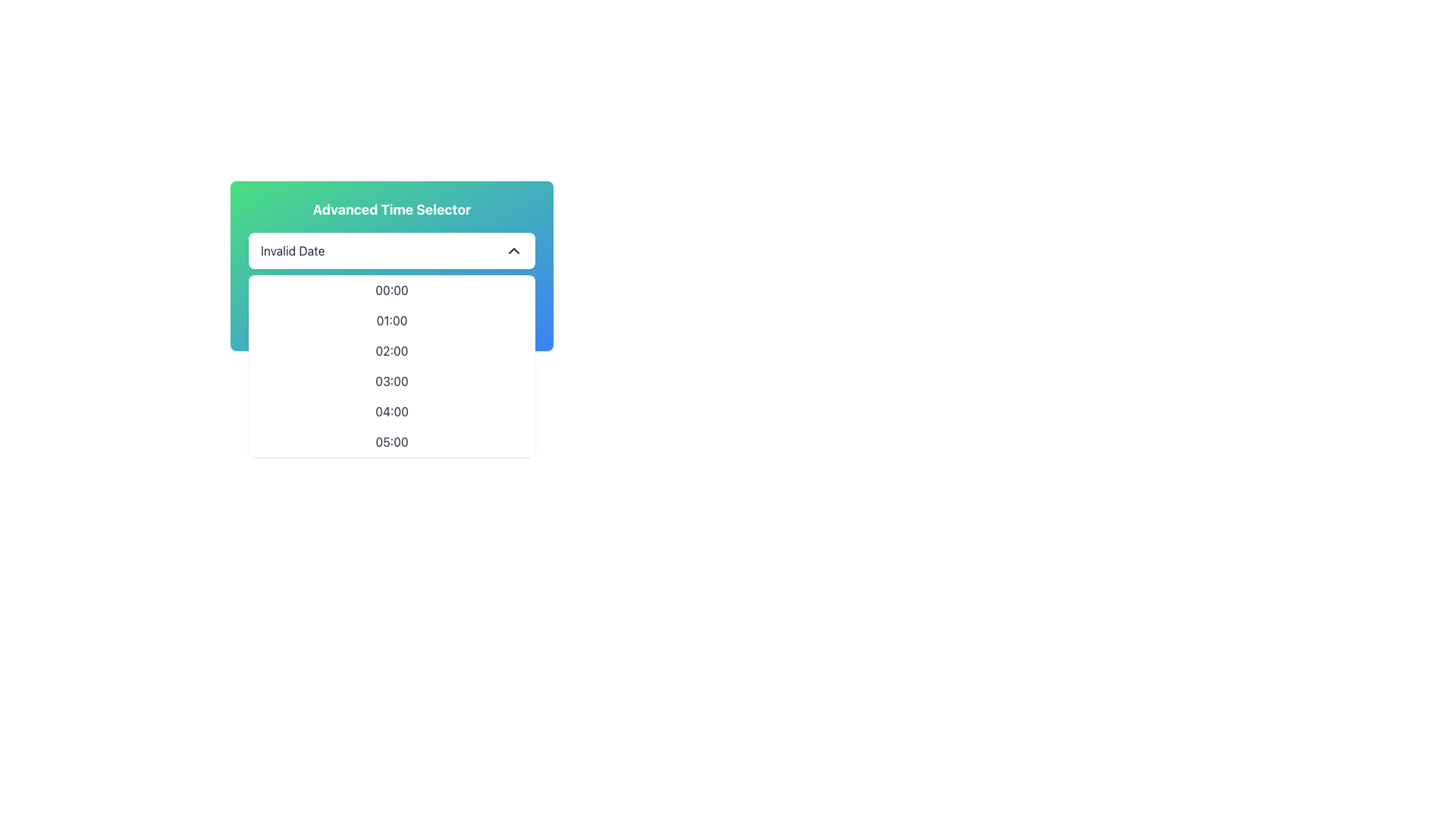 Image resolution: width=1456 pixels, height=819 pixels. I want to click on the button labeled '12:00', so click(392, 317).